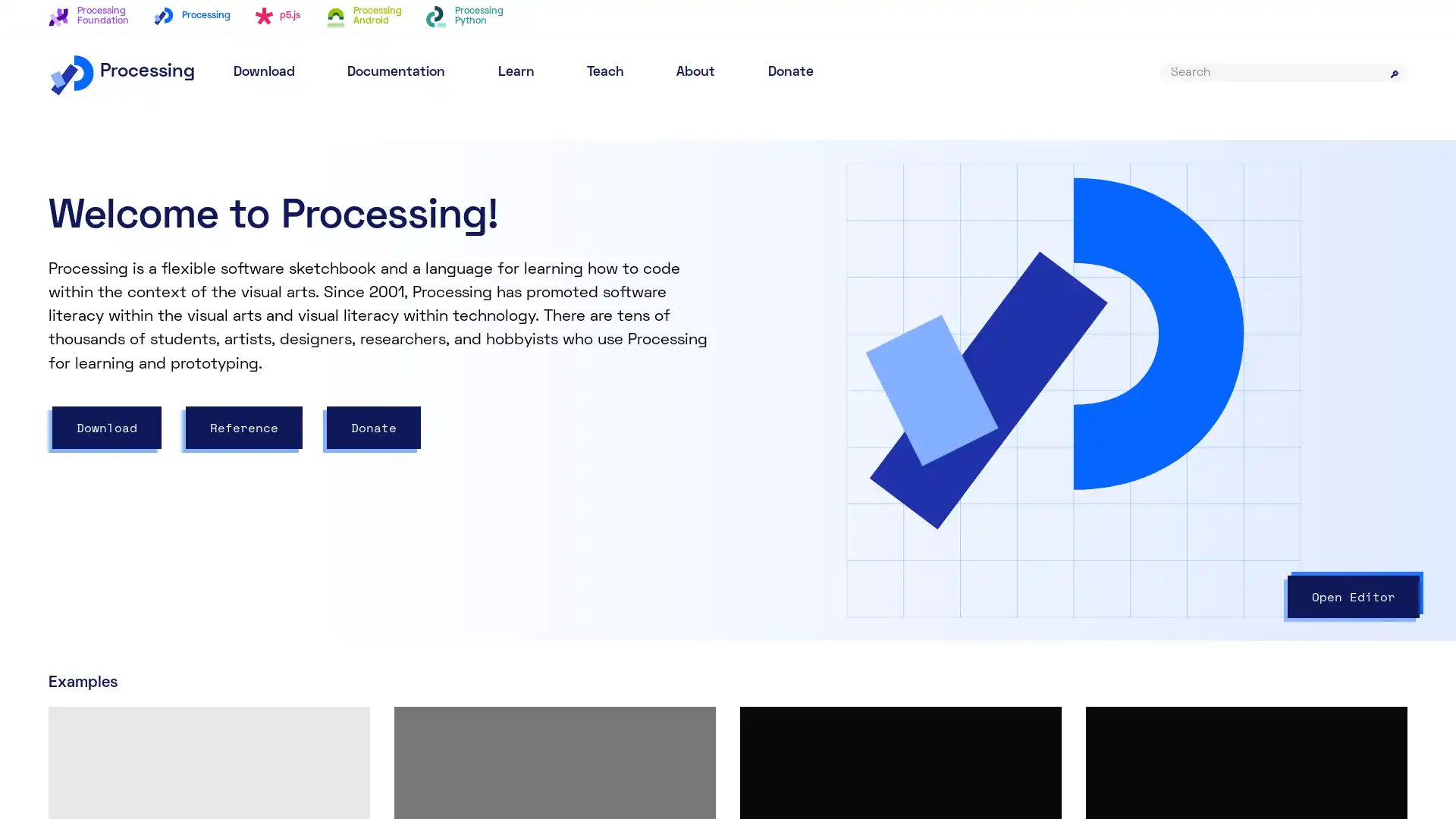 The image size is (1456, 819). Describe the element at coordinates (902, 188) in the screenshot. I see `true` at that location.